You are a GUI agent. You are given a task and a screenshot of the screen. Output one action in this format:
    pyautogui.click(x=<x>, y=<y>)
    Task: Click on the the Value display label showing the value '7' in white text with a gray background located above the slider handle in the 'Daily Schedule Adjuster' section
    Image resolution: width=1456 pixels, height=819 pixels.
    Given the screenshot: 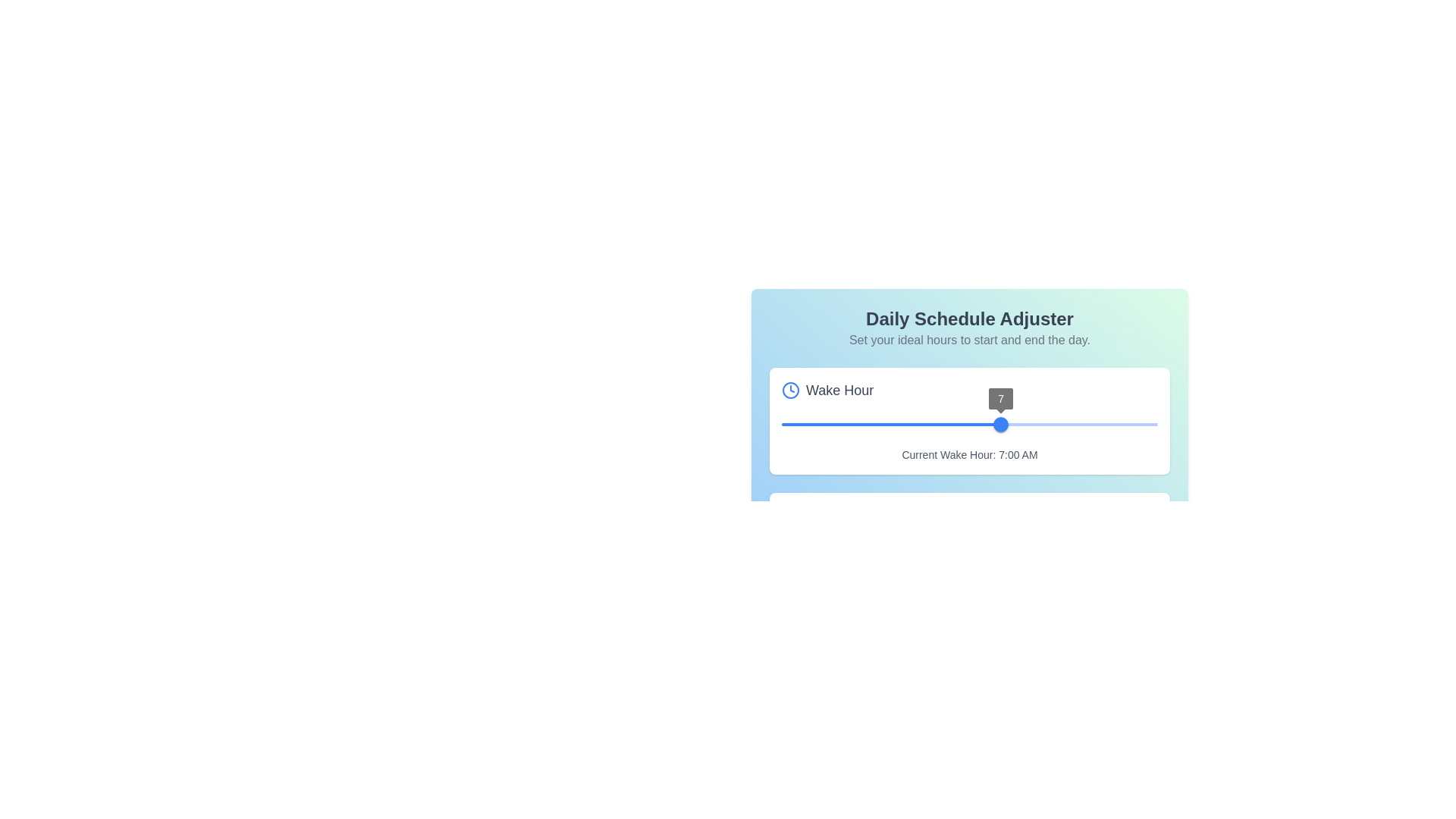 What is the action you would take?
    pyautogui.click(x=1001, y=397)
    